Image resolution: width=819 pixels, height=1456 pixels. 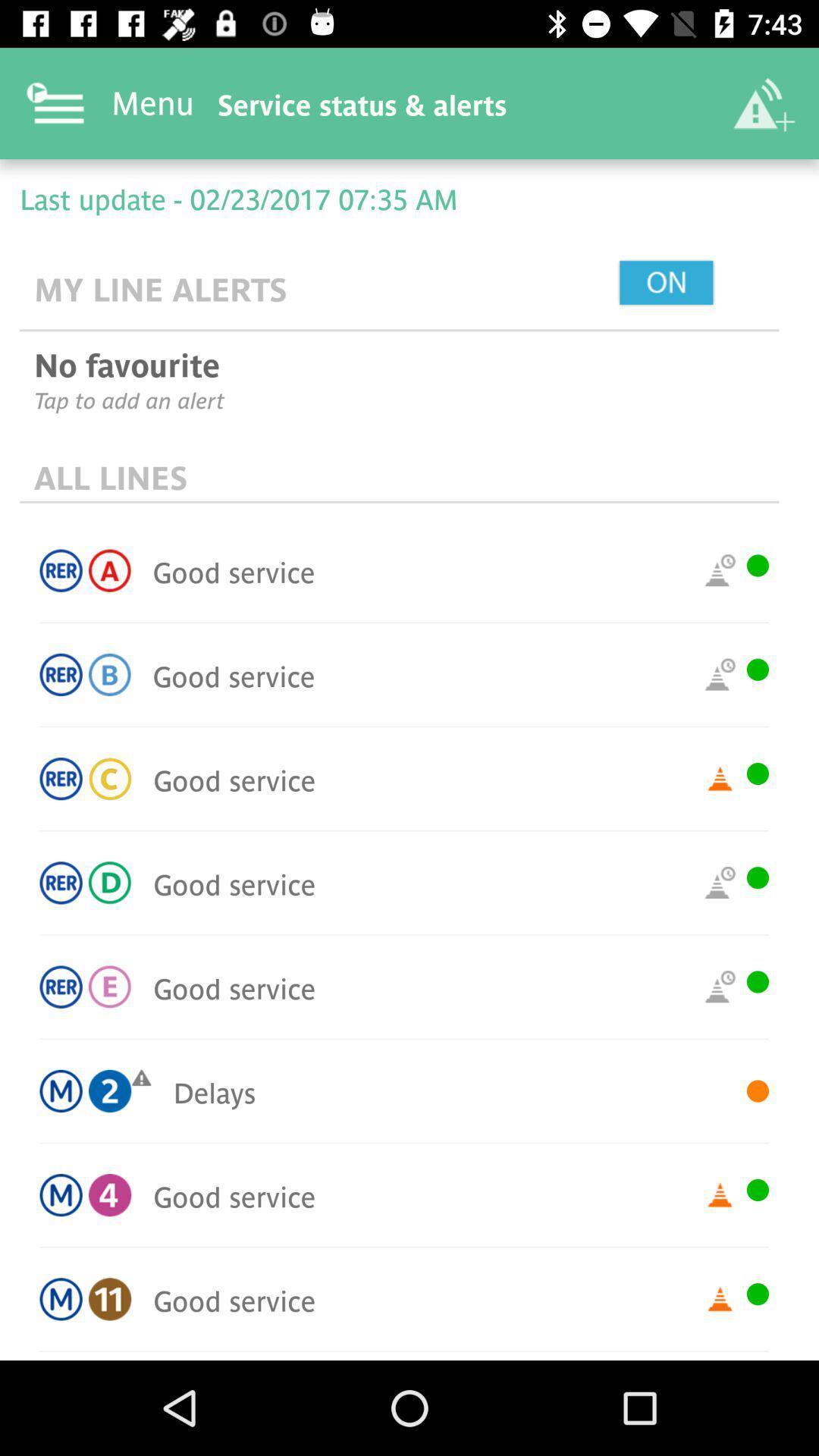 What do you see at coordinates (763, 102) in the screenshot?
I see `the icon next to service status & alerts` at bounding box center [763, 102].